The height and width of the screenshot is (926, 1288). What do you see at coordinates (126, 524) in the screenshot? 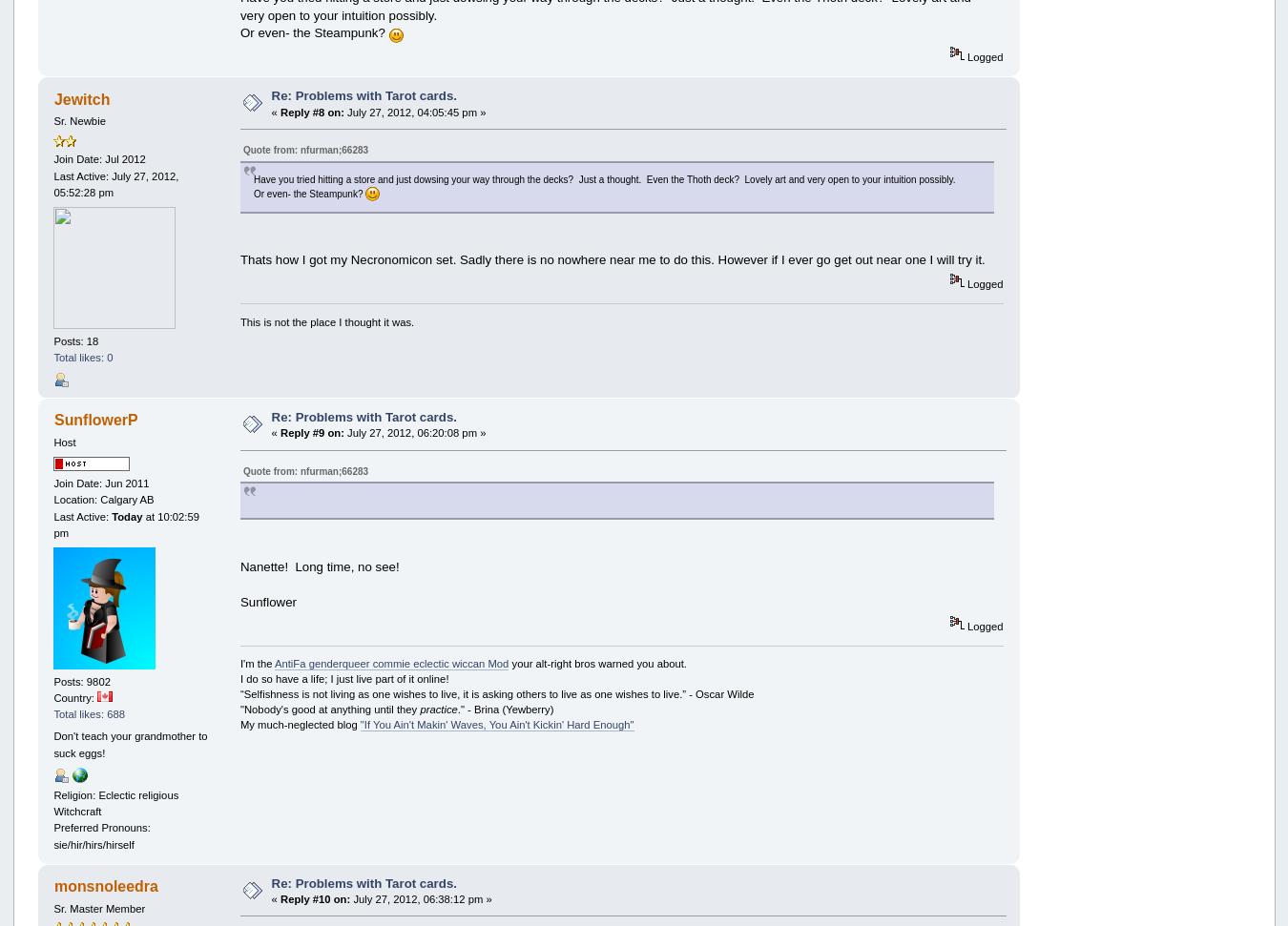
I see `'at 10:02:59 pm'` at bounding box center [126, 524].